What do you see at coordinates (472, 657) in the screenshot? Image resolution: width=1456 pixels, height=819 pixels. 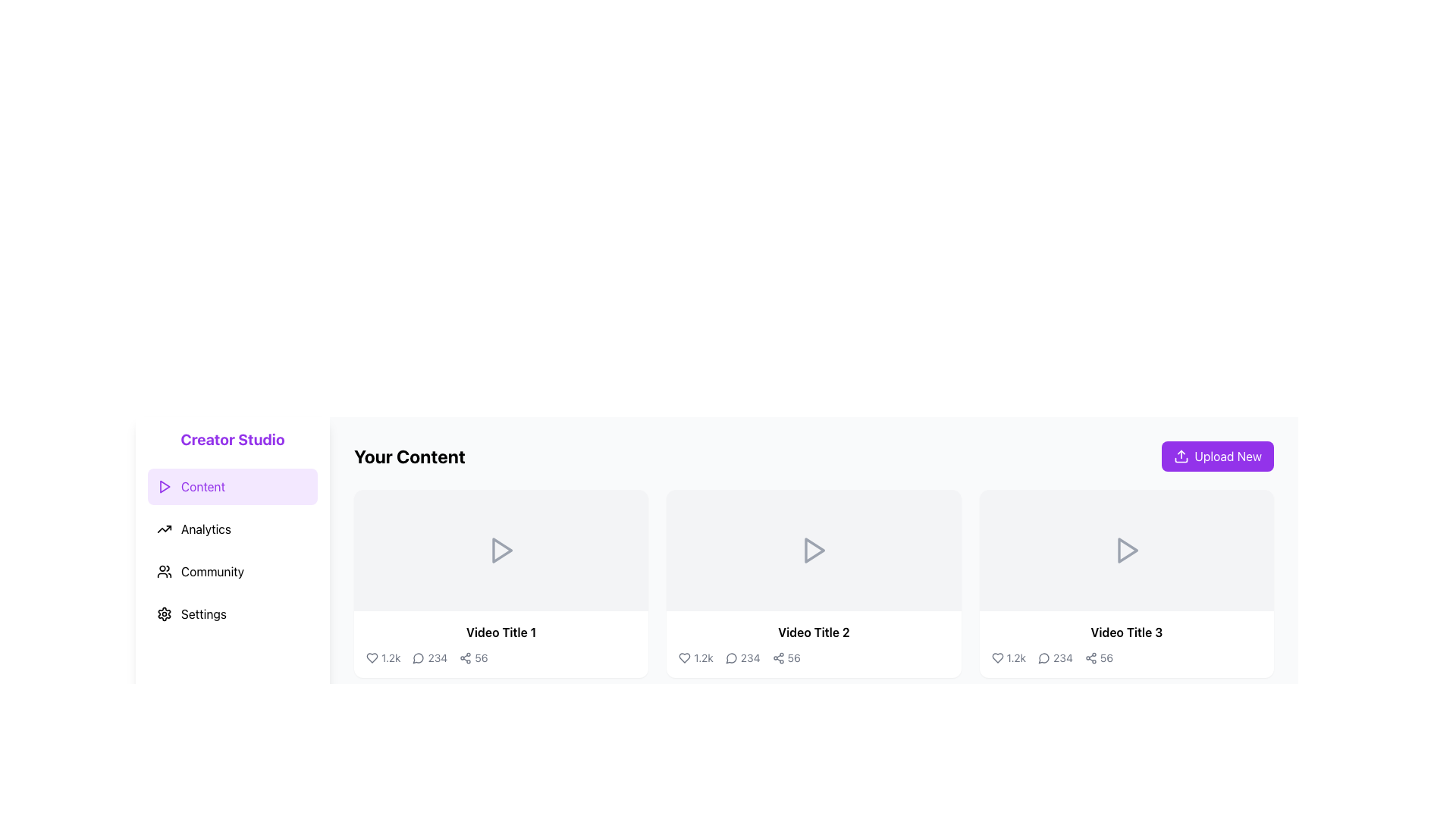 I see `the Text with Icon indicating the number of shares located at the bottom-right corner of the 'Video Title 1' card in the 'Your Content' section` at bounding box center [472, 657].